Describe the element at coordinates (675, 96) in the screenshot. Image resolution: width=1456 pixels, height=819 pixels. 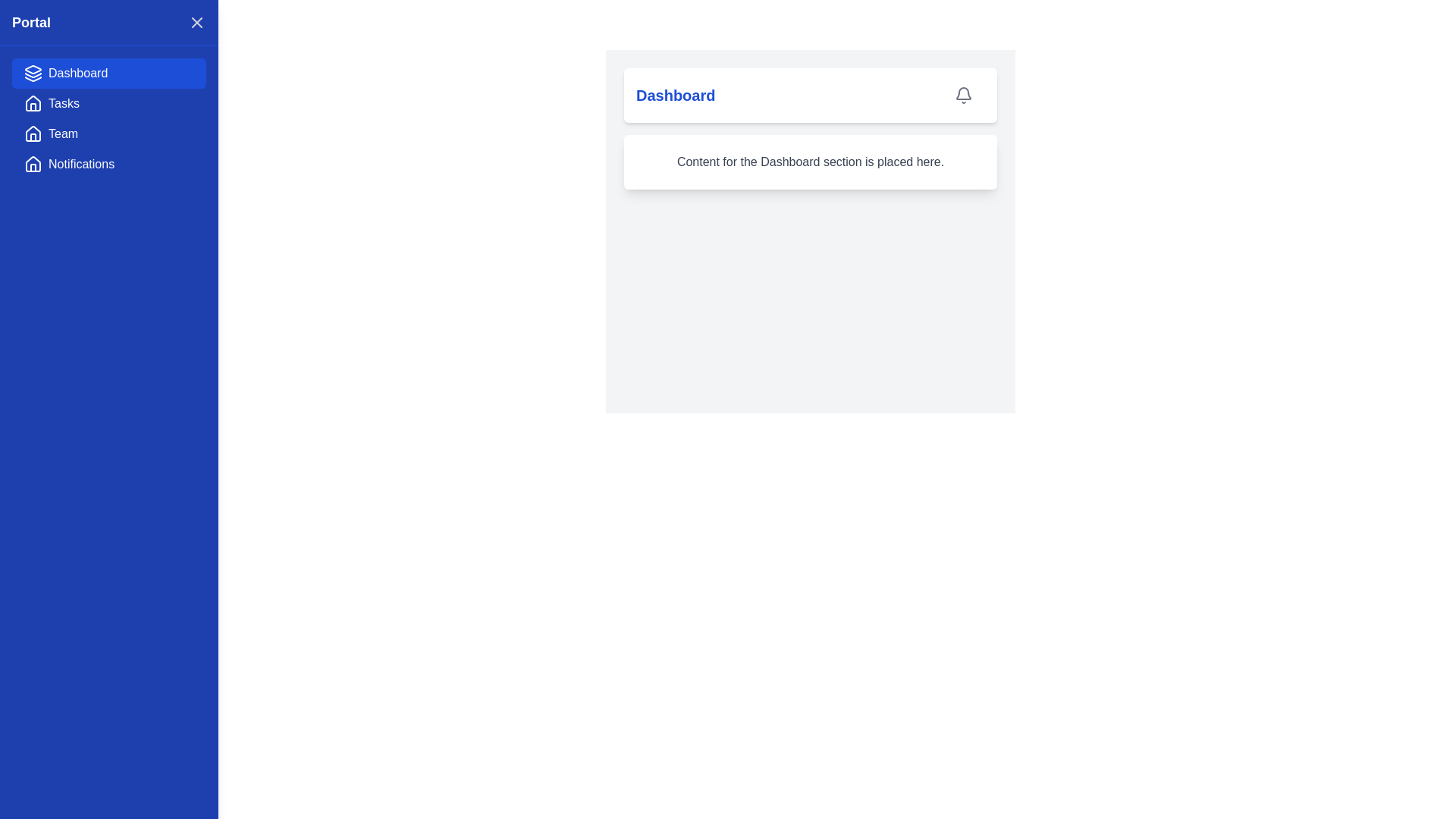
I see `the text label element that reads 'Dashboard', styled in bold blue font, located in the upper section of the white panel` at that location.